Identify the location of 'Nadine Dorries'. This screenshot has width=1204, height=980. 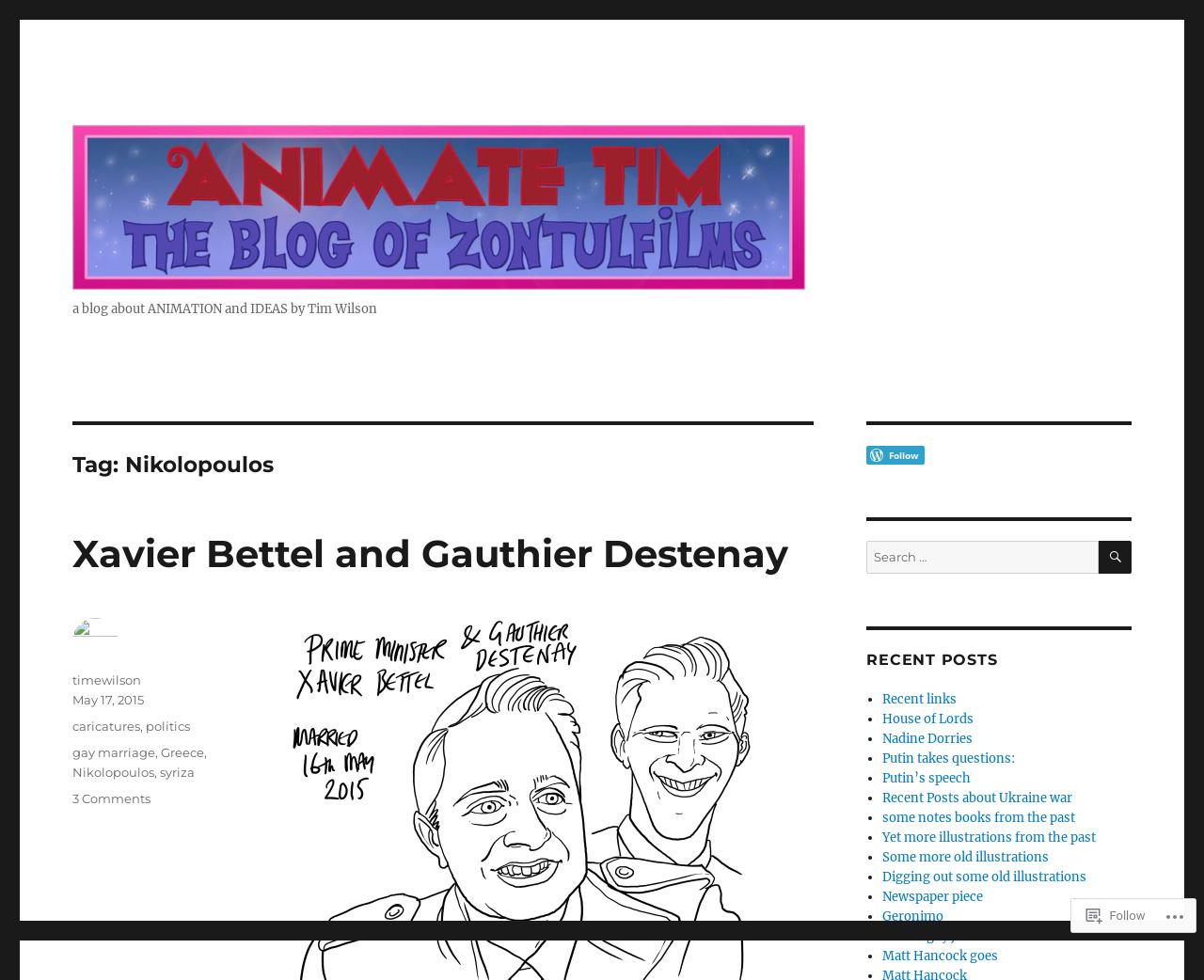
(926, 738).